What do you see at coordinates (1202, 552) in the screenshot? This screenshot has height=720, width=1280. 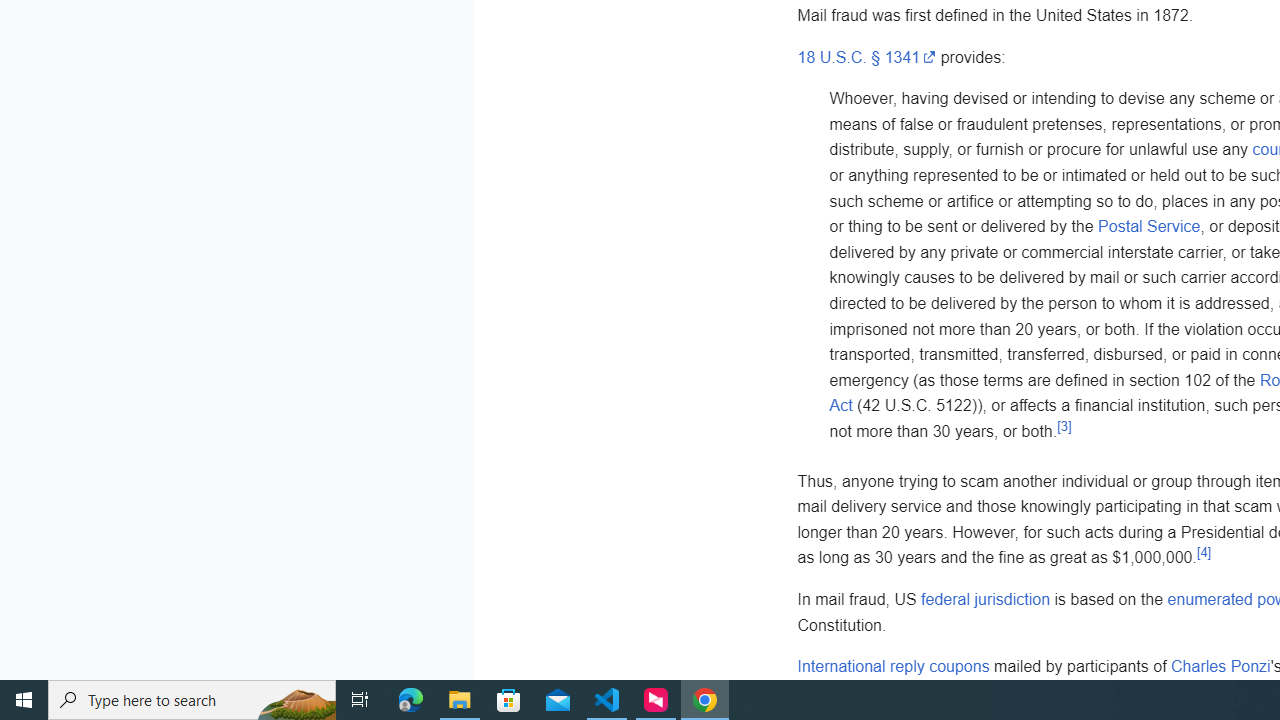 I see `'[4]'` at bounding box center [1202, 552].